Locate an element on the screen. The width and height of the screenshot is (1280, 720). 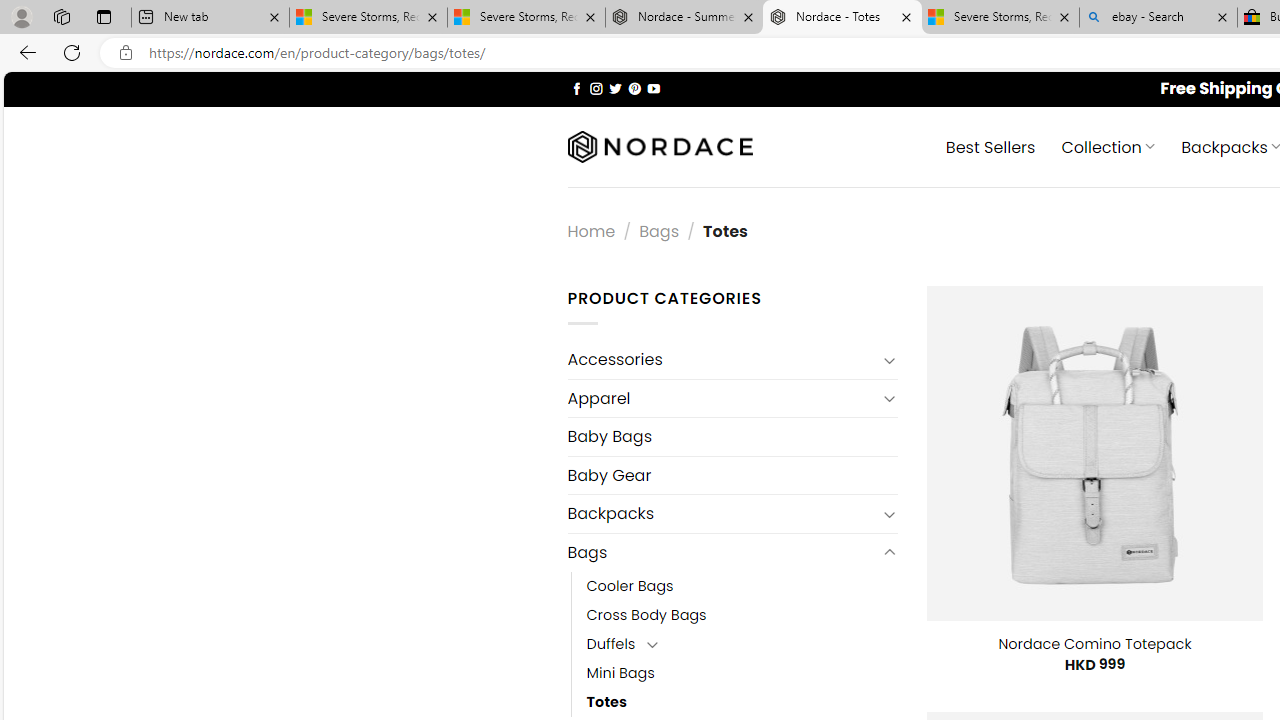
'Mini Bags' is located at coordinates (619, 673).